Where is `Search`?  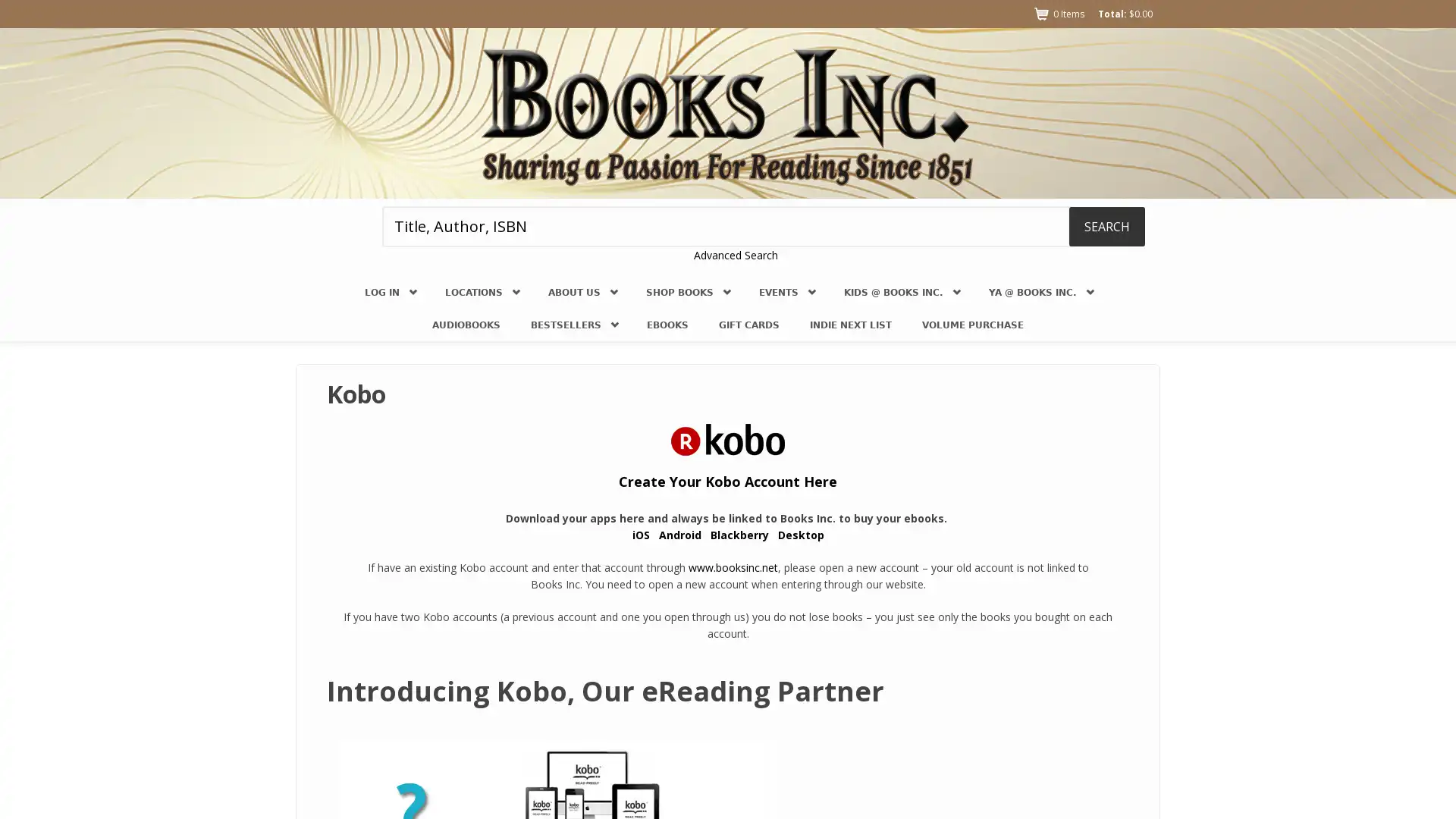
Search is located at coordinates (1106, 225).